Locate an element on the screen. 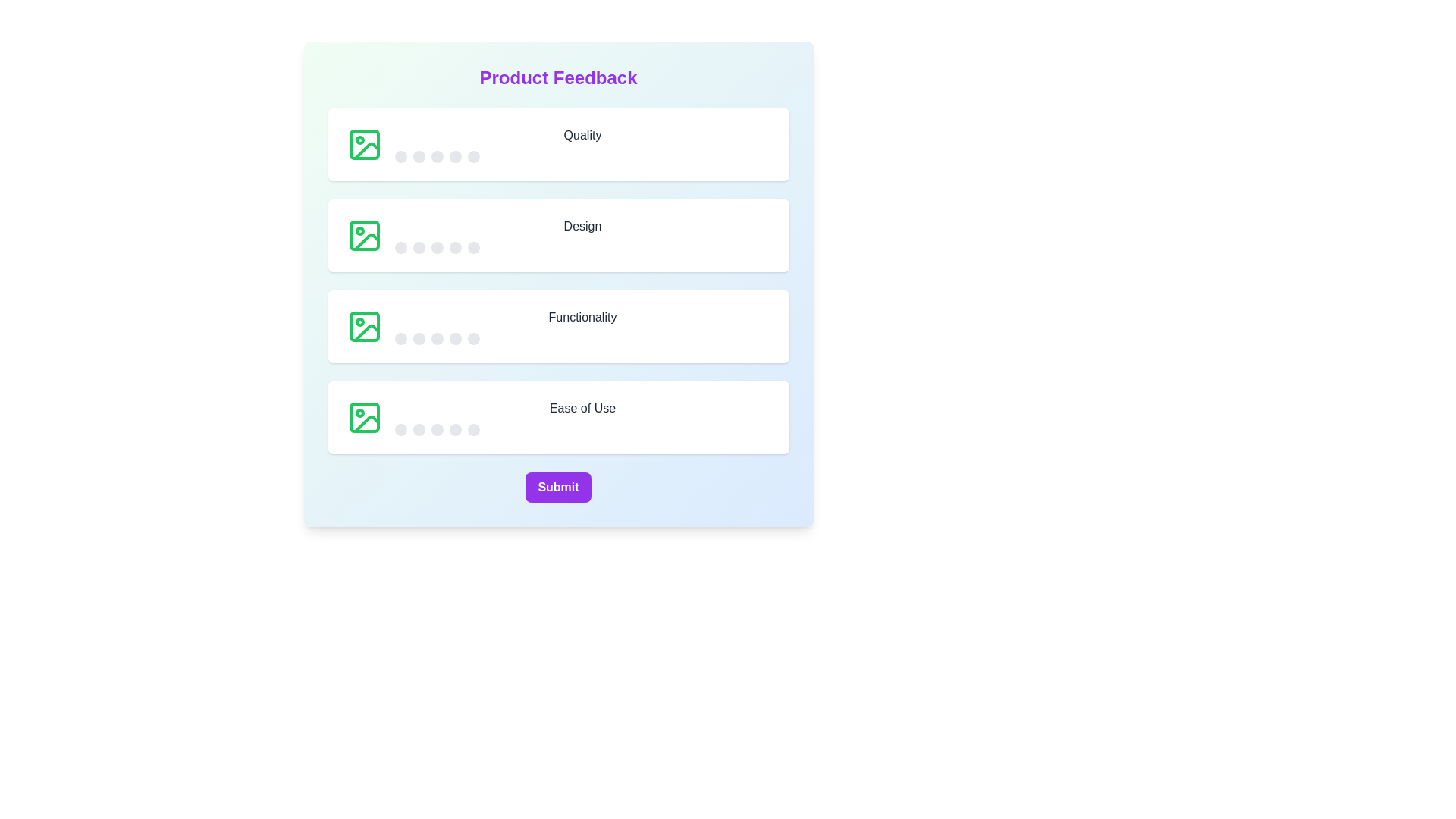 Image resolution: width=1456 pixels, height=819 pixels. the star corresponding to 2 for the 'Design' category is located at coordinates (419, 247).